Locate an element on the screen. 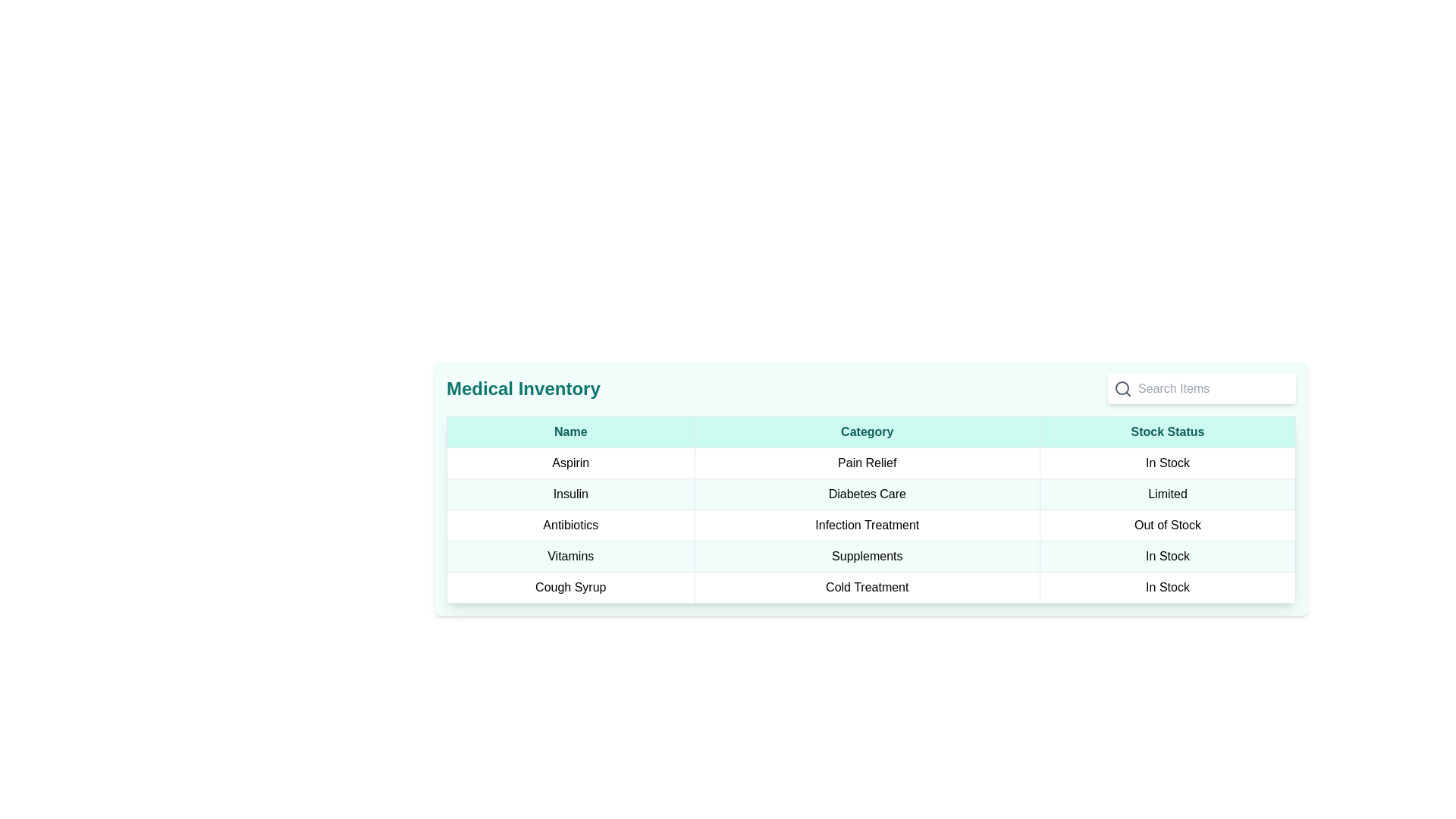 The height and width of the screenshot is (819, 1456). the Vector graphic circle representing the 'Search' feature's magnifying glass icon, located in the top-right area of the interface is located at coordinates (1122, 388).